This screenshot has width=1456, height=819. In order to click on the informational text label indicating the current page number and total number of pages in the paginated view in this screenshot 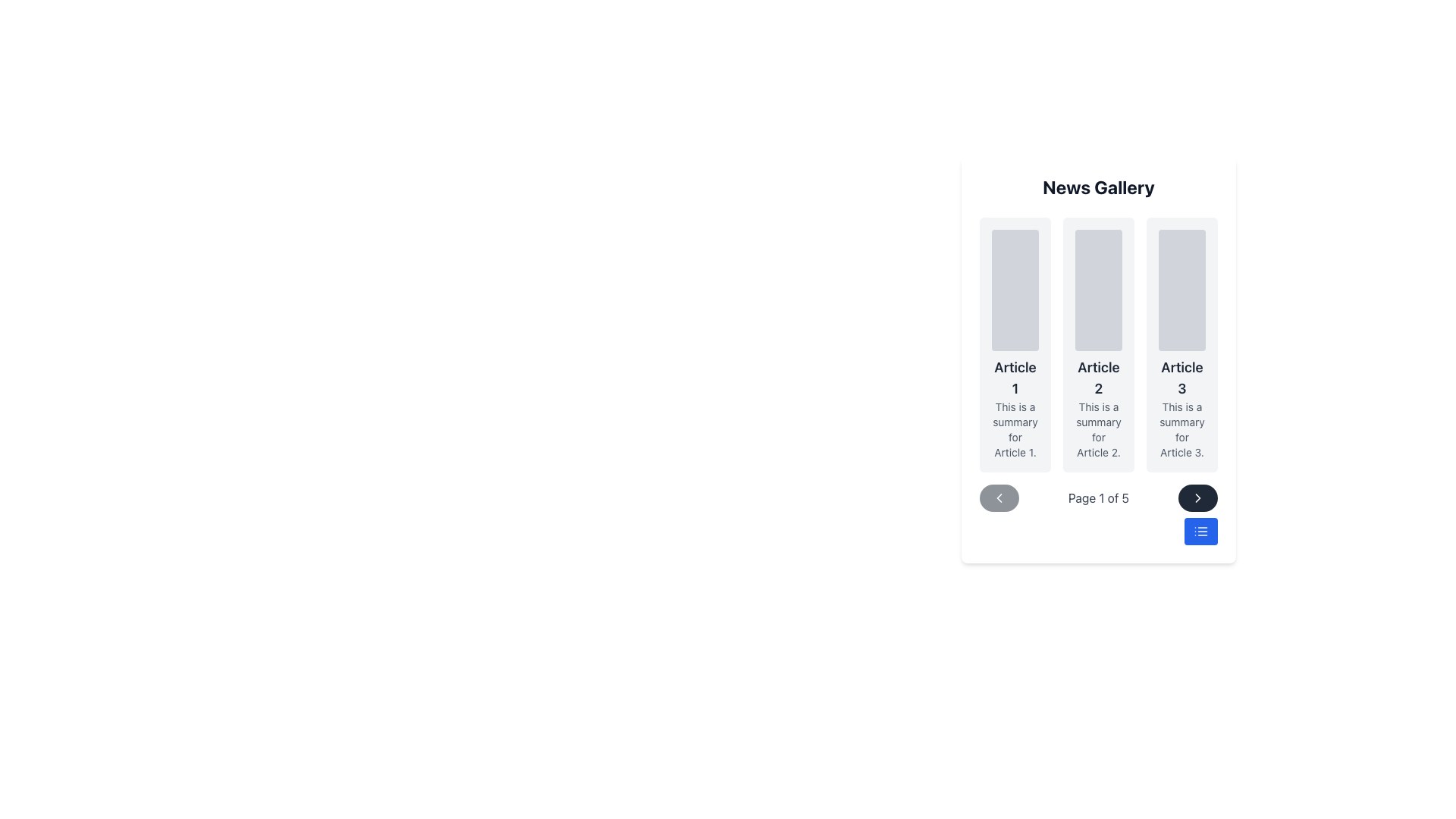, I will do `click(1099, 497)`.